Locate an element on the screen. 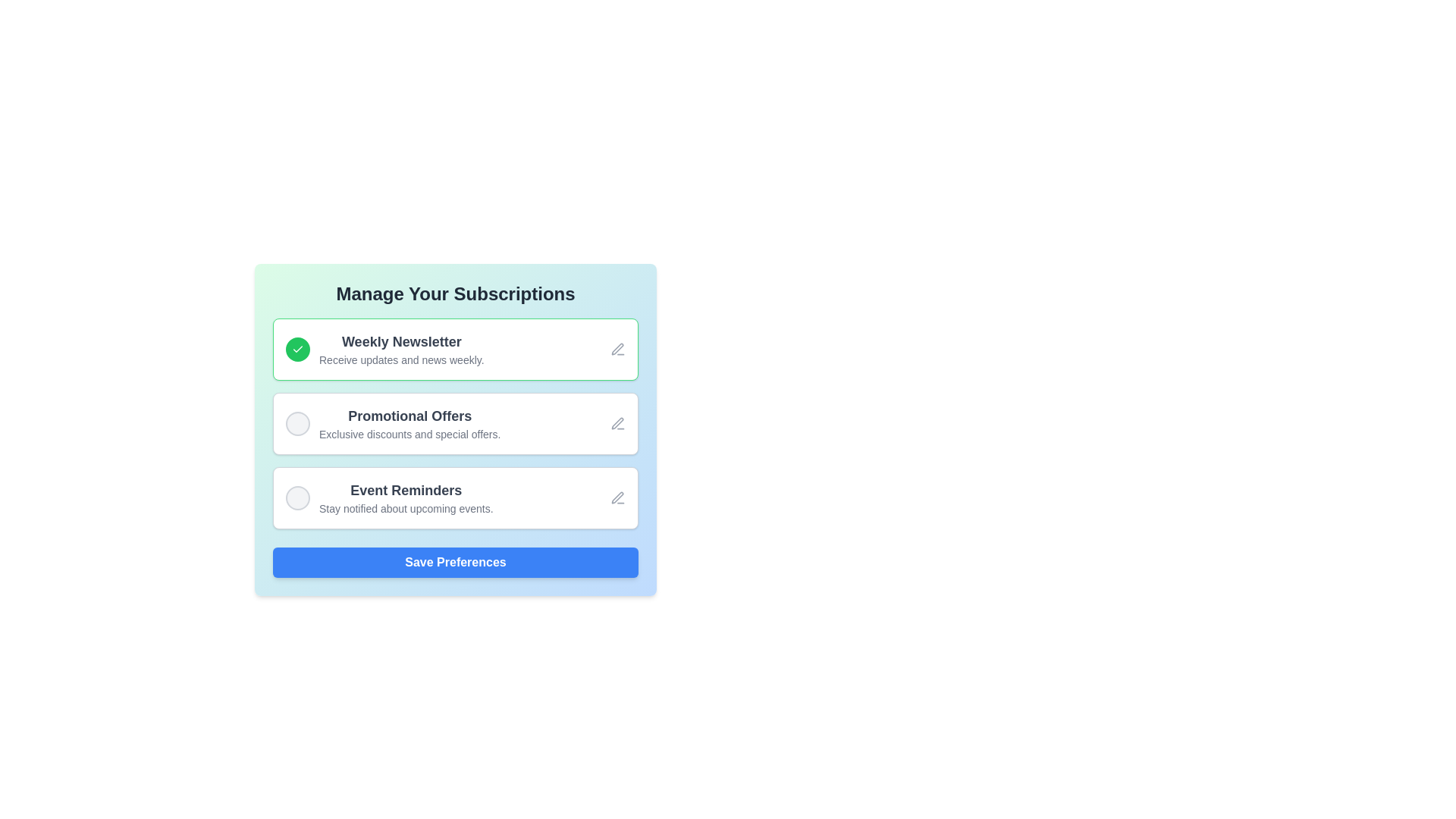 The height and width of the screenshot is (819, 1456). the edit icon button located at the top-right corner of the 'Weekly Newsletter' subscription box to initiate an edit action is located at coordinates (618, 350).